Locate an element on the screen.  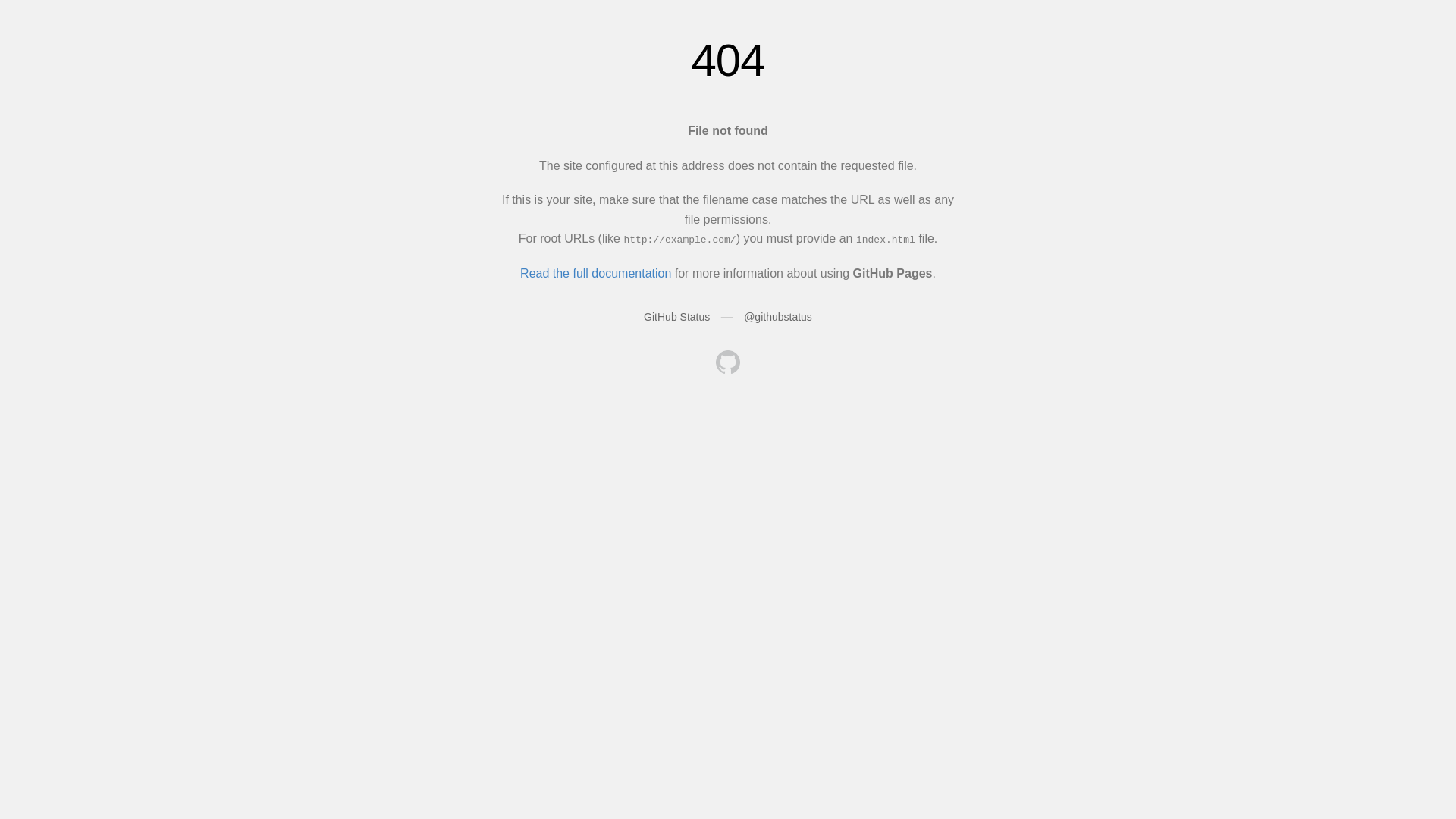
'@githubstatus' is located at coordinates (778, 315).